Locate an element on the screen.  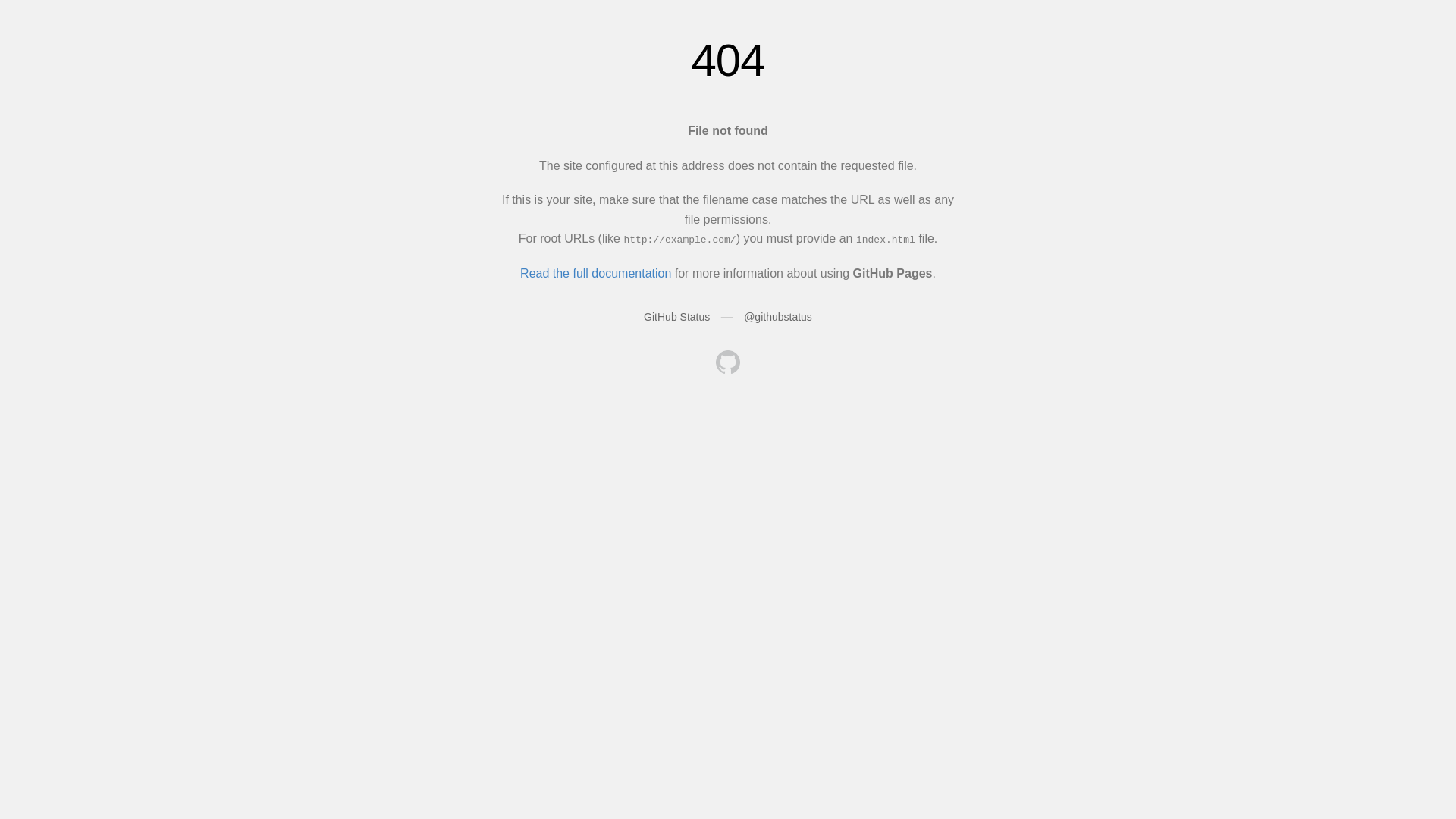
'@githubstatus' is located at coordinates (778, 315).